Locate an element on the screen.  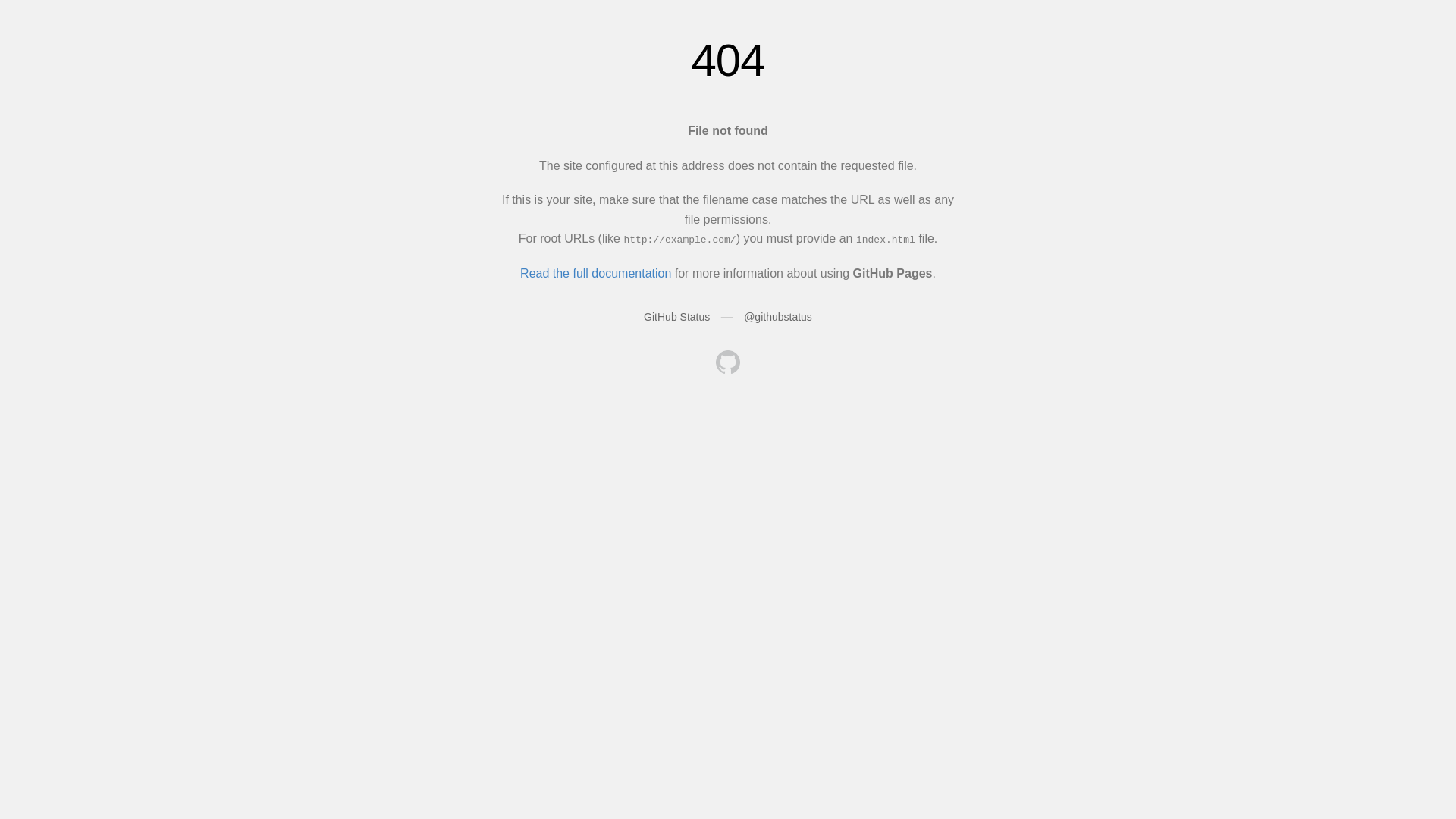
'@githubstatus' is located at coordinates (778, 315).